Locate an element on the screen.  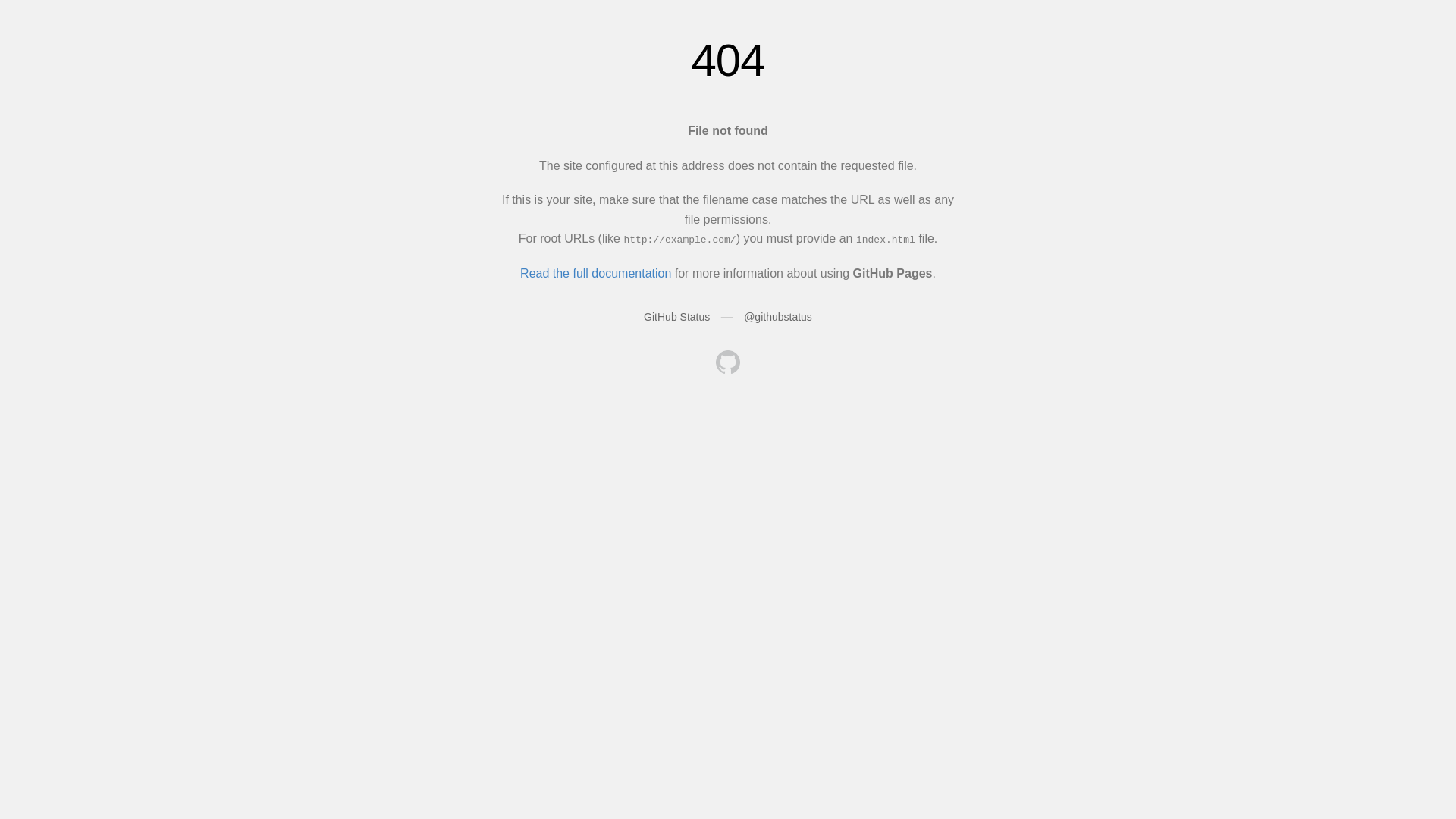
'@githubstatus' is located at coordinates (778, 315).